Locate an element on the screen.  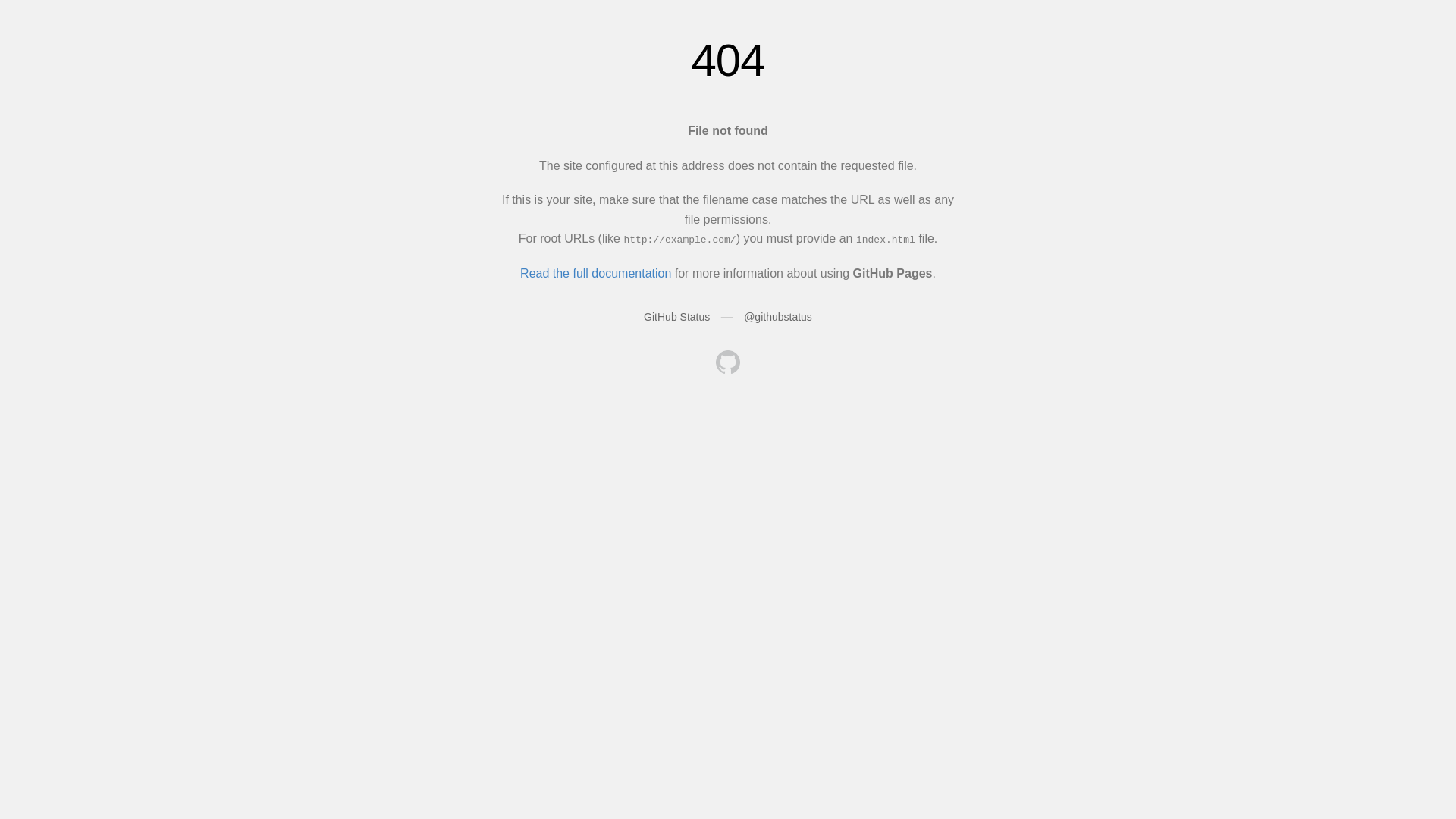
'@githubstatus' is located at coordinates (778, 315).